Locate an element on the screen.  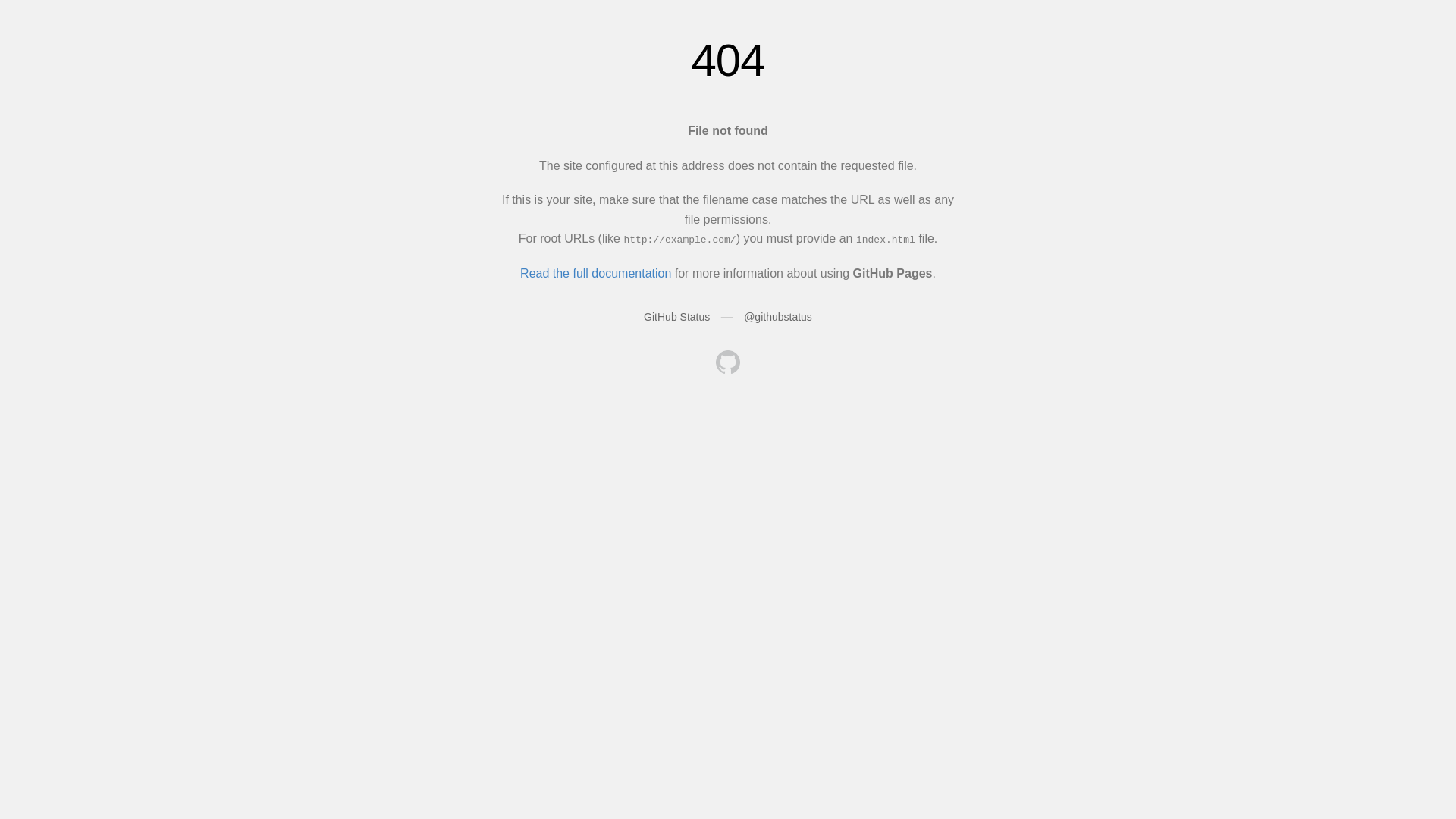
'@githubstatus' is located at coordinates (778, 315).